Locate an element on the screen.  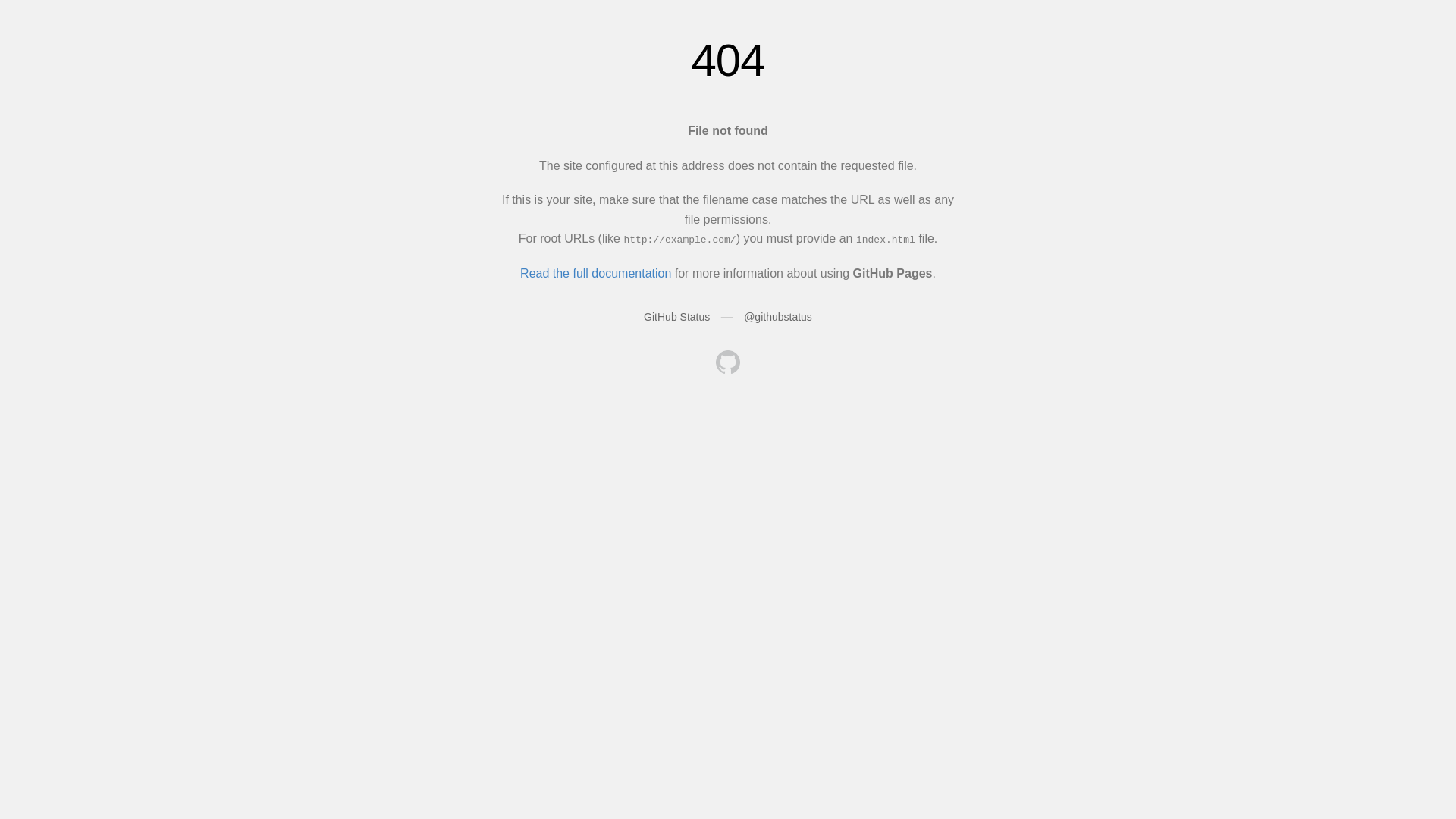
'@githubstatus' is located at coordinates (778, 315).